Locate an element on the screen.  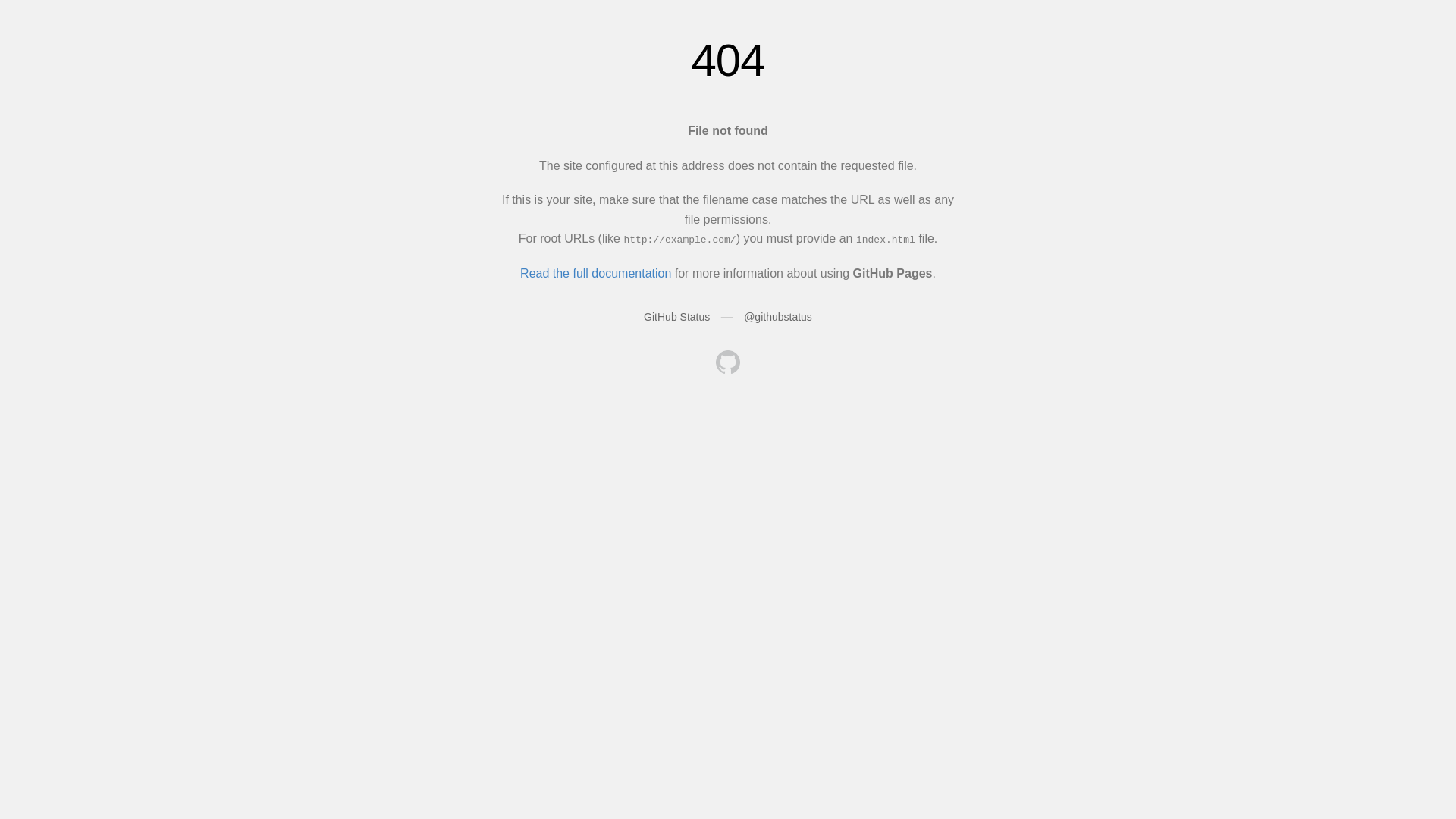
'@githubstatus' is located at coordinates (778, 315).